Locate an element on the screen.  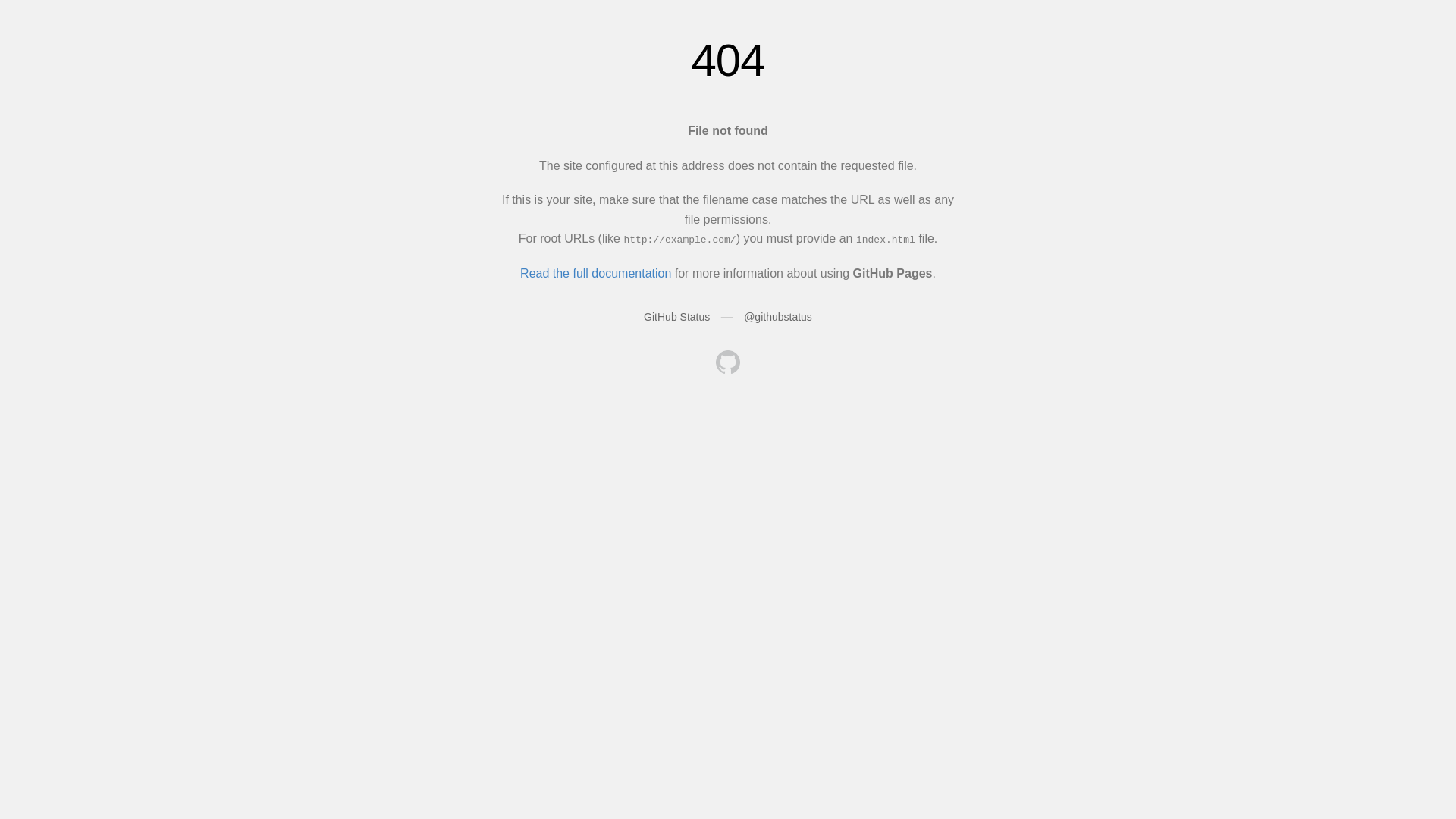
'@githubstatus' is located at coordinates (778, 315).